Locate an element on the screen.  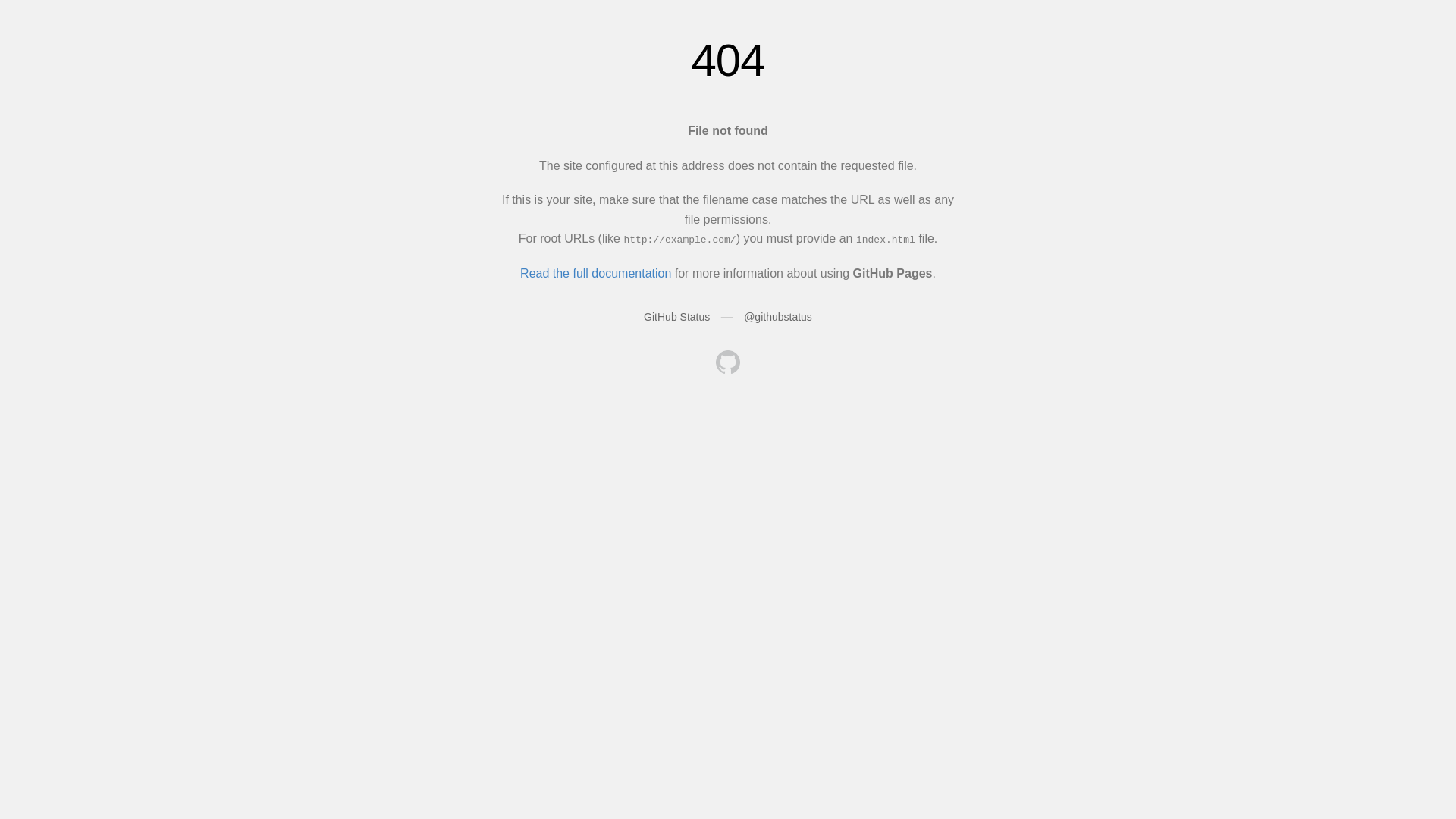
'@githubstatus' is located at coordinates (778, 315).